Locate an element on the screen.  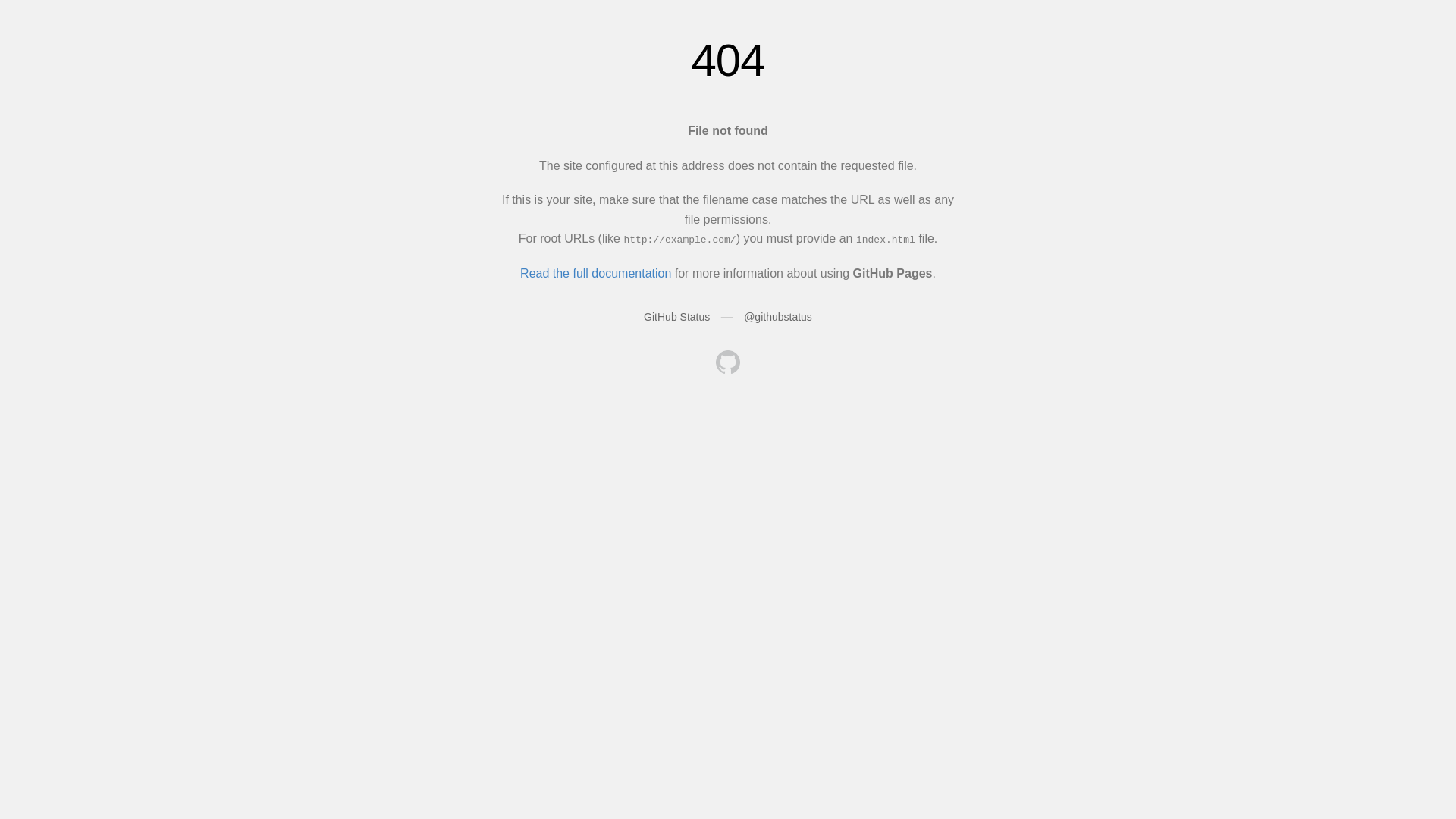
'@githubstatus' is located at coordinates (778, 315).